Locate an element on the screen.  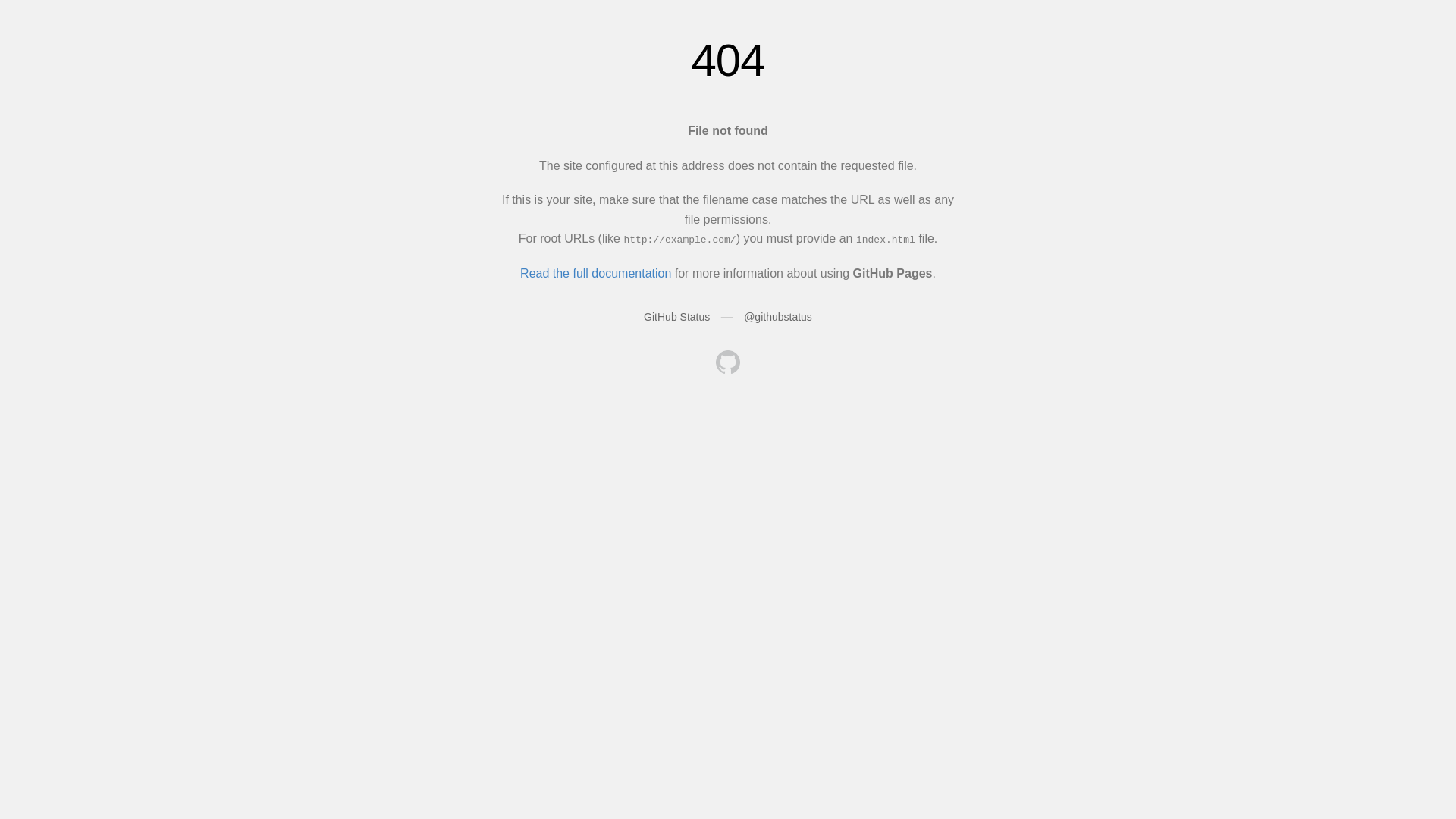
'@githubstatus' is located at coordinates (778, 315).